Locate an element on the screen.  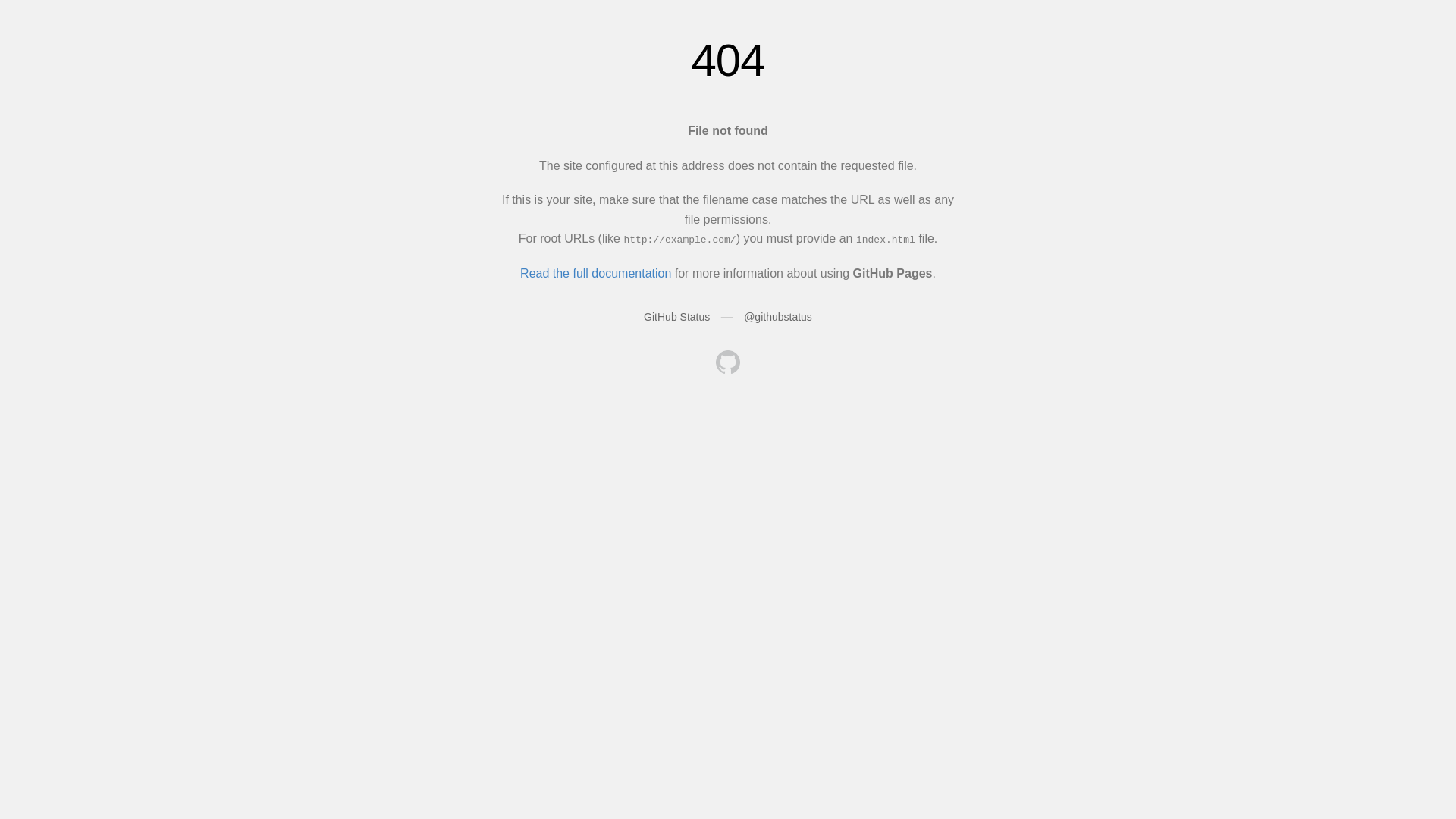
'@githubstatus' is located at coordinates (778, 315).